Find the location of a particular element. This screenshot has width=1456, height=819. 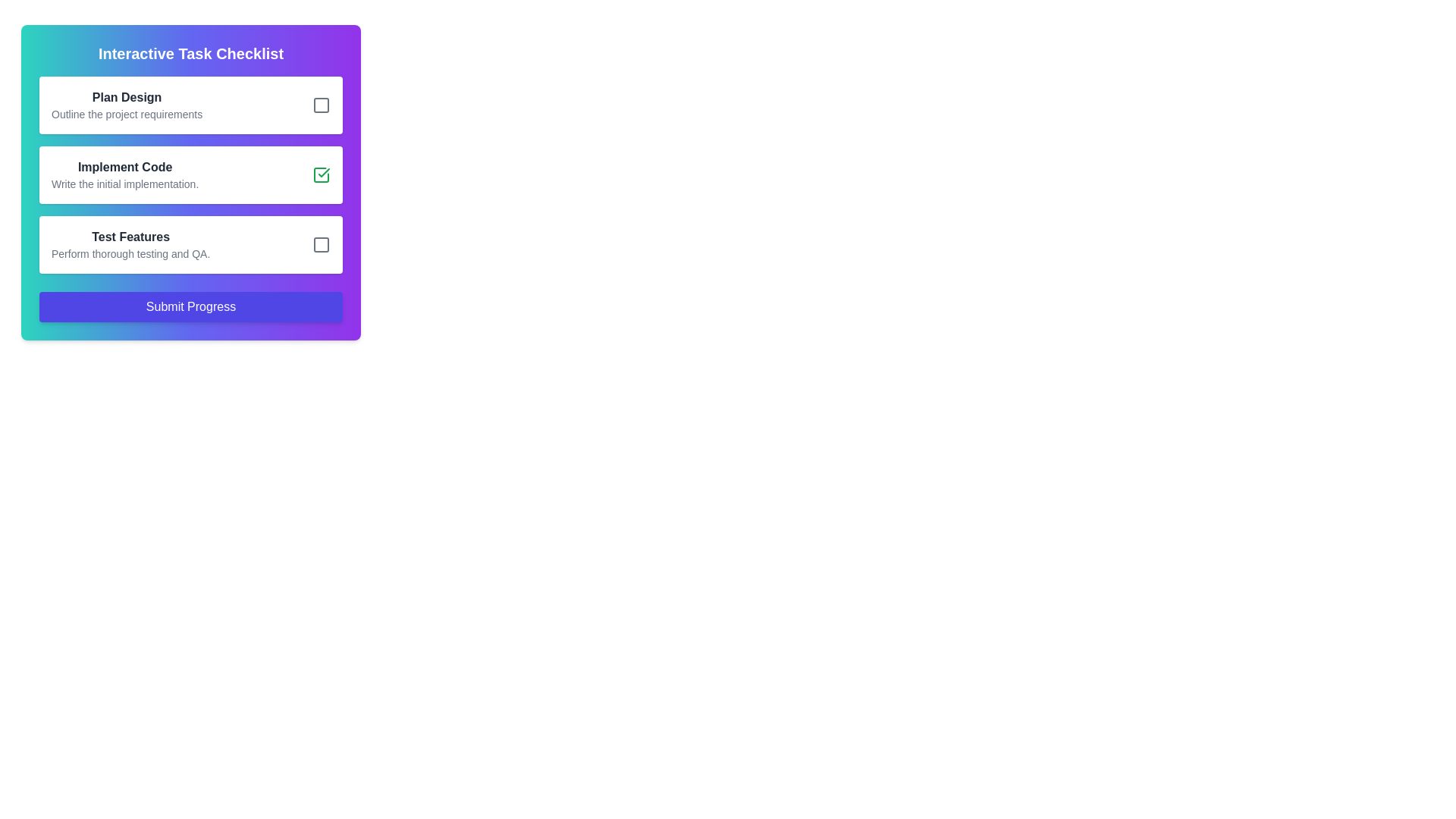

the checklist item text is located at coordinates (190, 174).